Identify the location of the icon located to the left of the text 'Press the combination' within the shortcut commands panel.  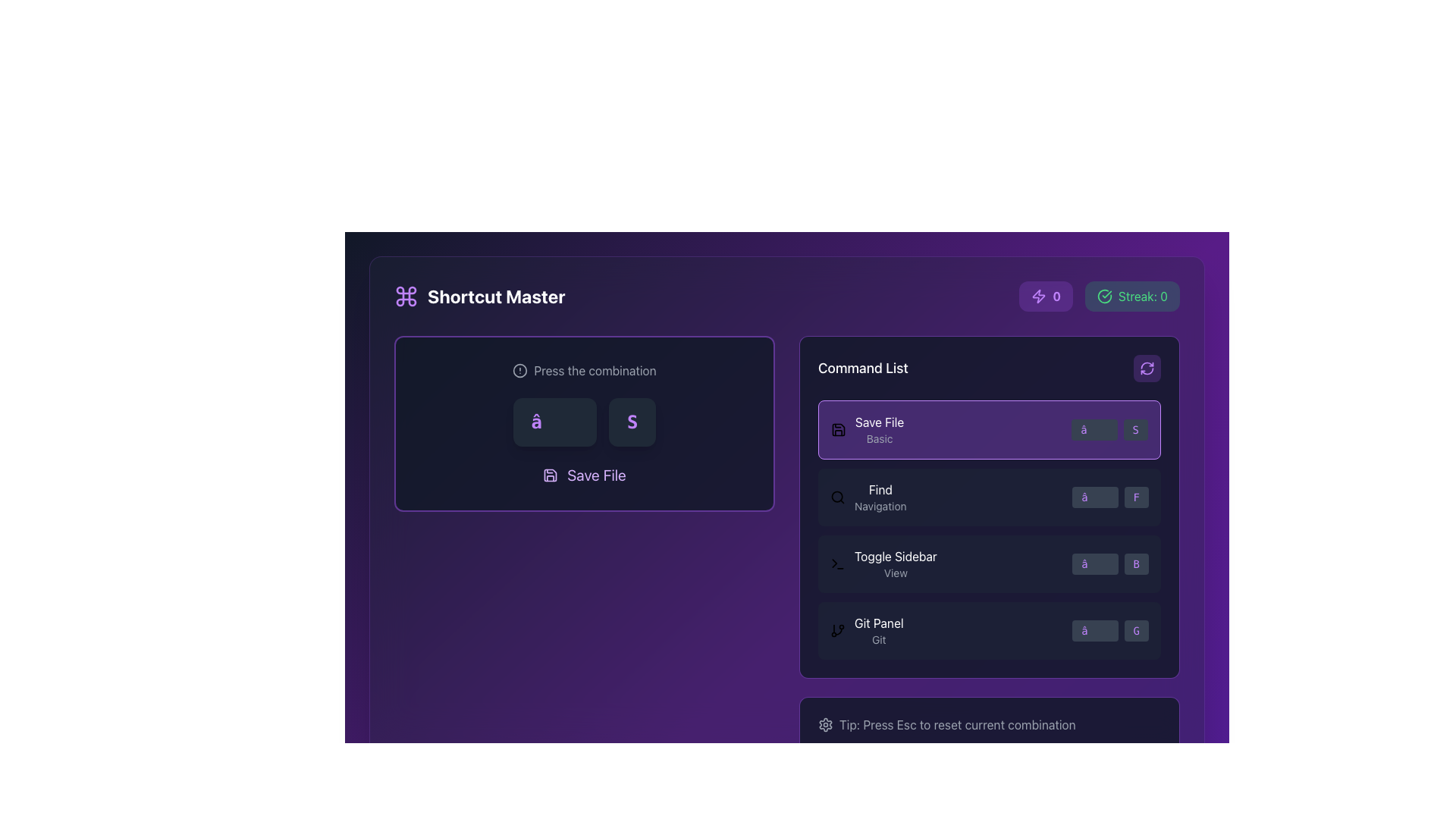
(520, 371).